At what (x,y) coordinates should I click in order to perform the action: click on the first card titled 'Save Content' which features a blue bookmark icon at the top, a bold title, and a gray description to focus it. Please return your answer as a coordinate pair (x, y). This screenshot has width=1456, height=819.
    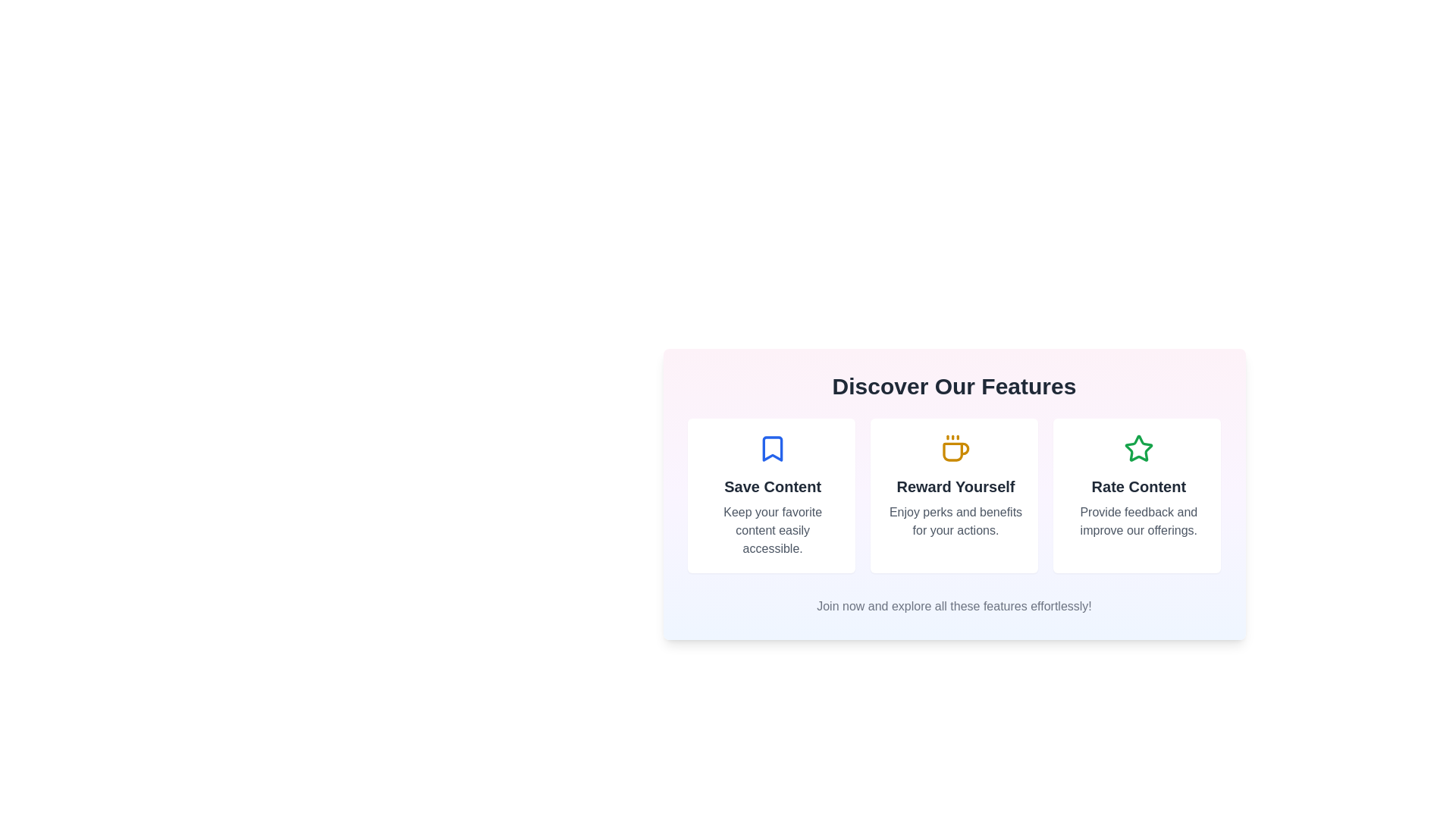
    Looking at the image, I should click on (773, 496).